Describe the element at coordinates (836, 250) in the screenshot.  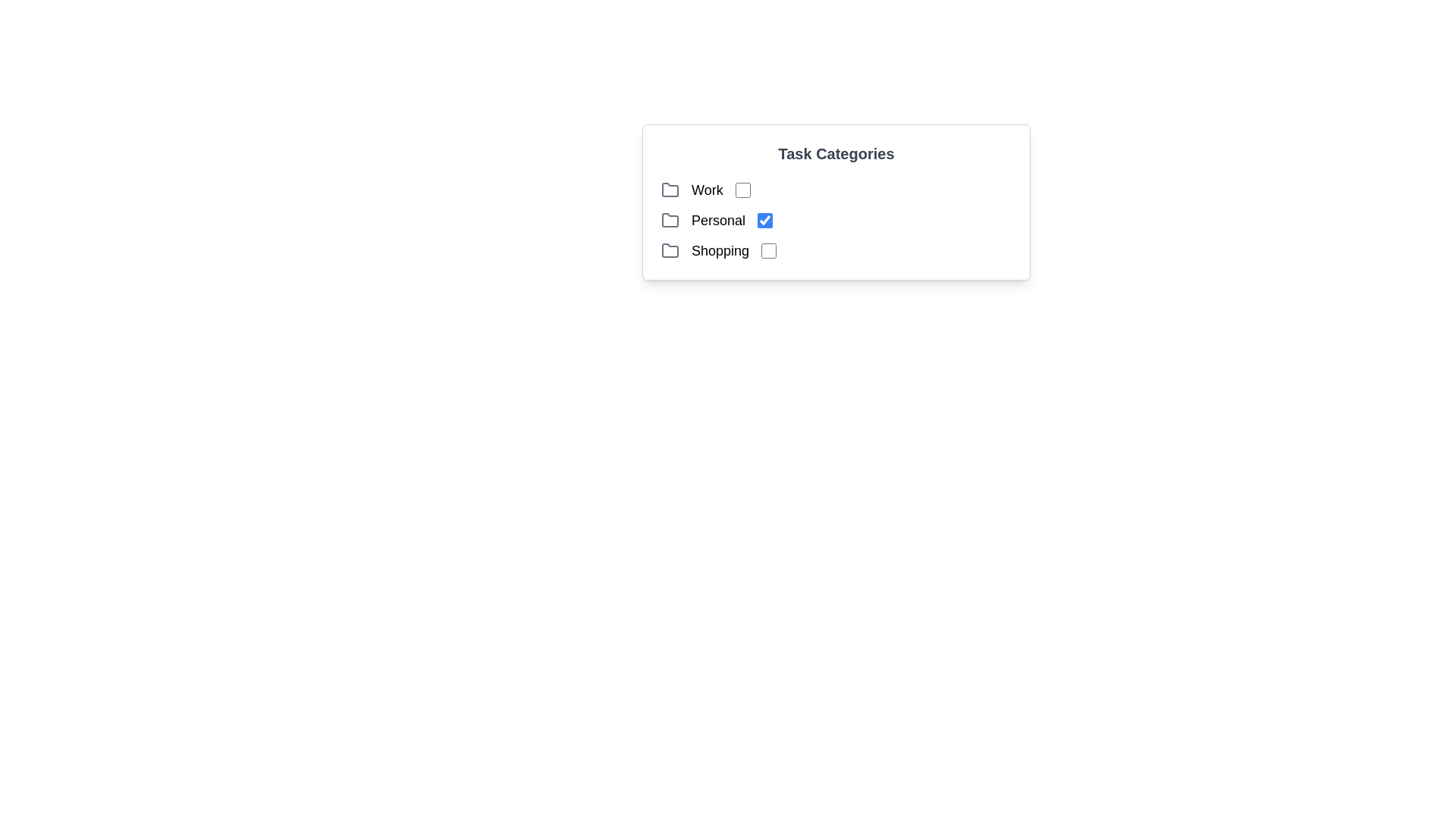
I see `the 'Shopping' checkbox in the third row of the 'Task Categories' list` at that location.